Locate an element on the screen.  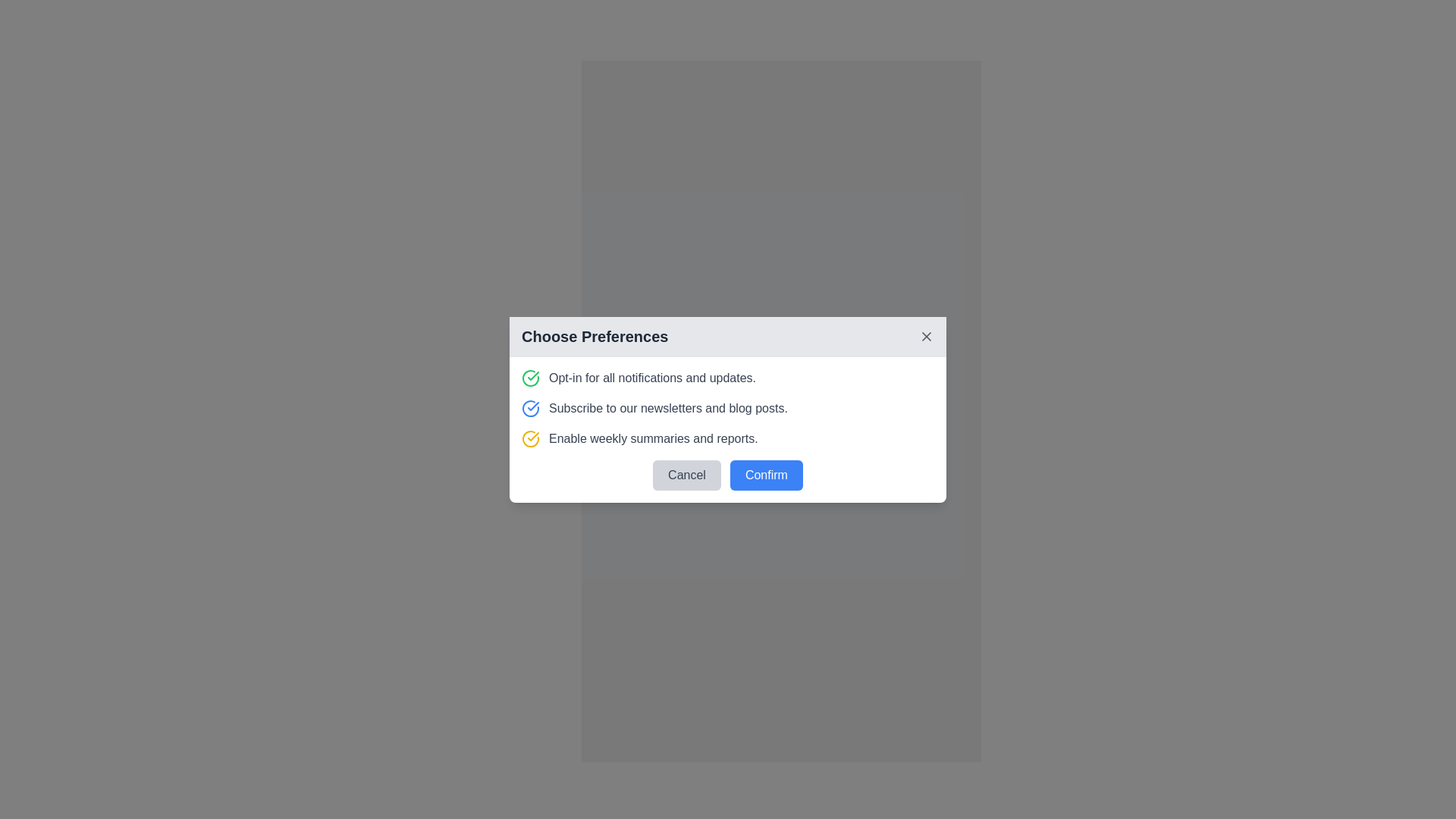
the checkmark within the 'Choose Preferences' modal dialog box, indicating selection for the option 'Opt-in for all notifications is located at coordinates (533, 405).